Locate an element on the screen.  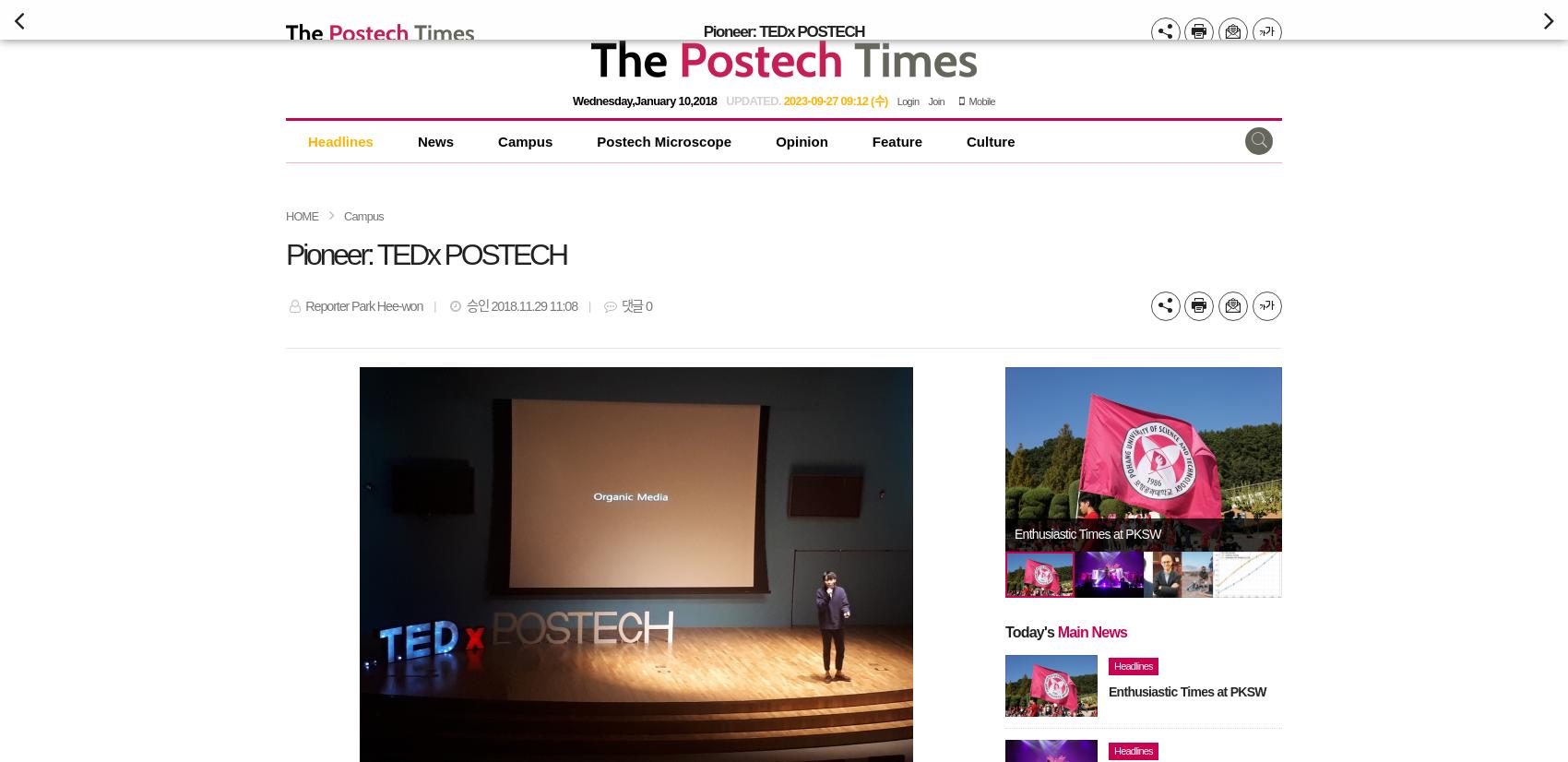
'Today's' is located at coordinates (1030, 630).